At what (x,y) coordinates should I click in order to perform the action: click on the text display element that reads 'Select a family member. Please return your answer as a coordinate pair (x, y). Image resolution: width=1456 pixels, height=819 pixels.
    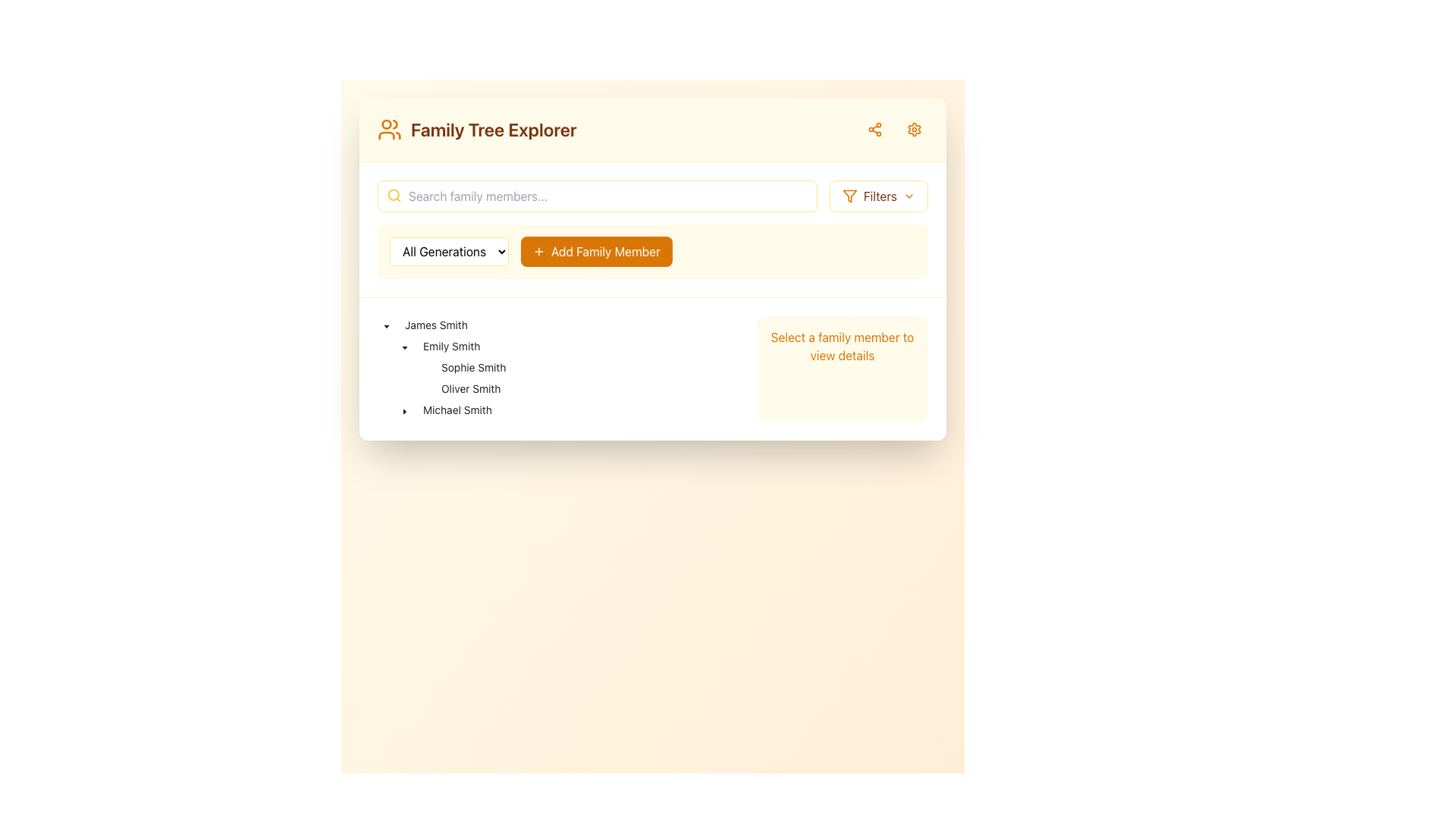
    Looking at the image, I should click on (841, 346).